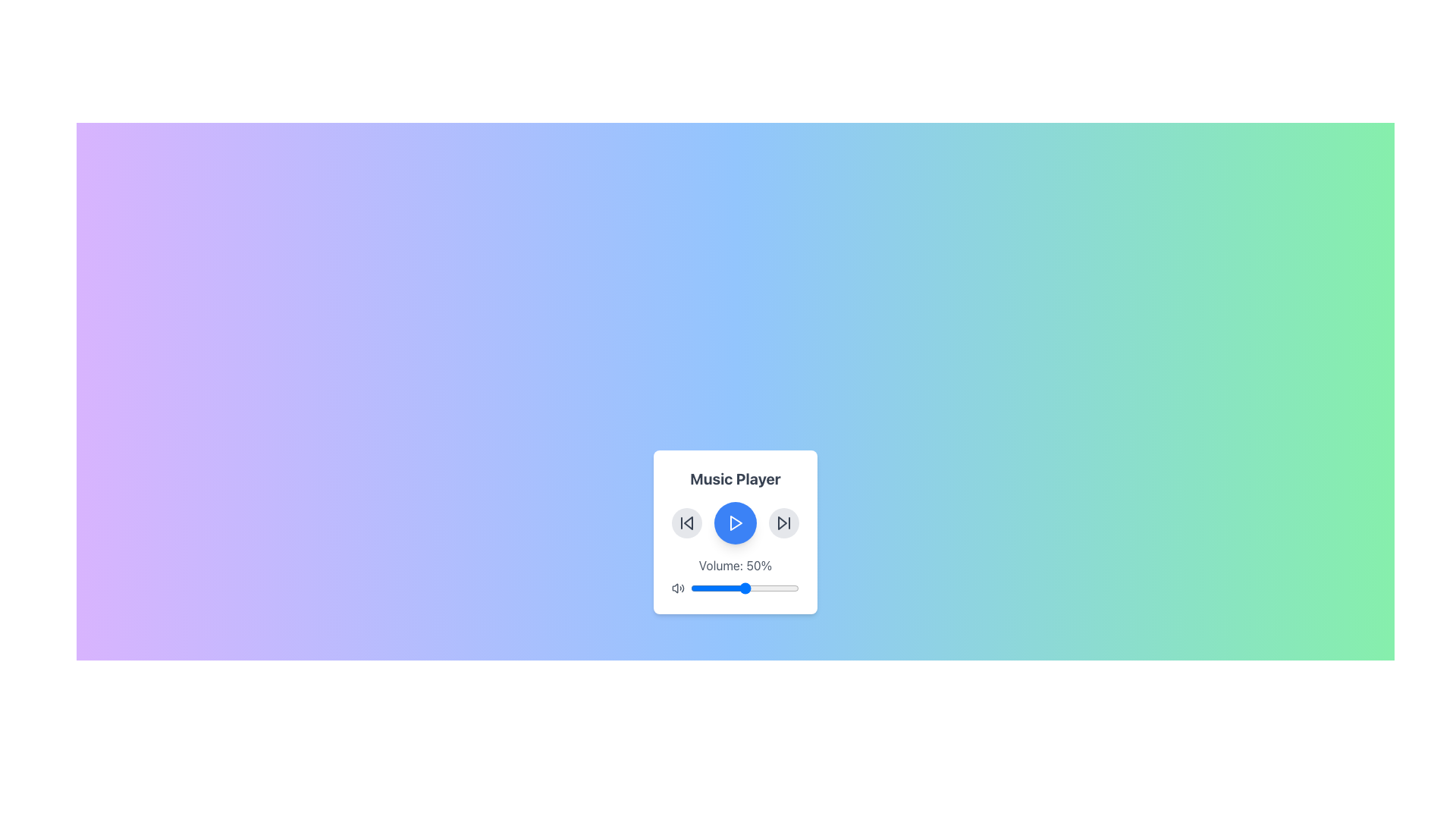  What do you see at coordinates (735, 522) in the screenshot?
I see `the play button in the music player interface` at bounding box center [735, 522].